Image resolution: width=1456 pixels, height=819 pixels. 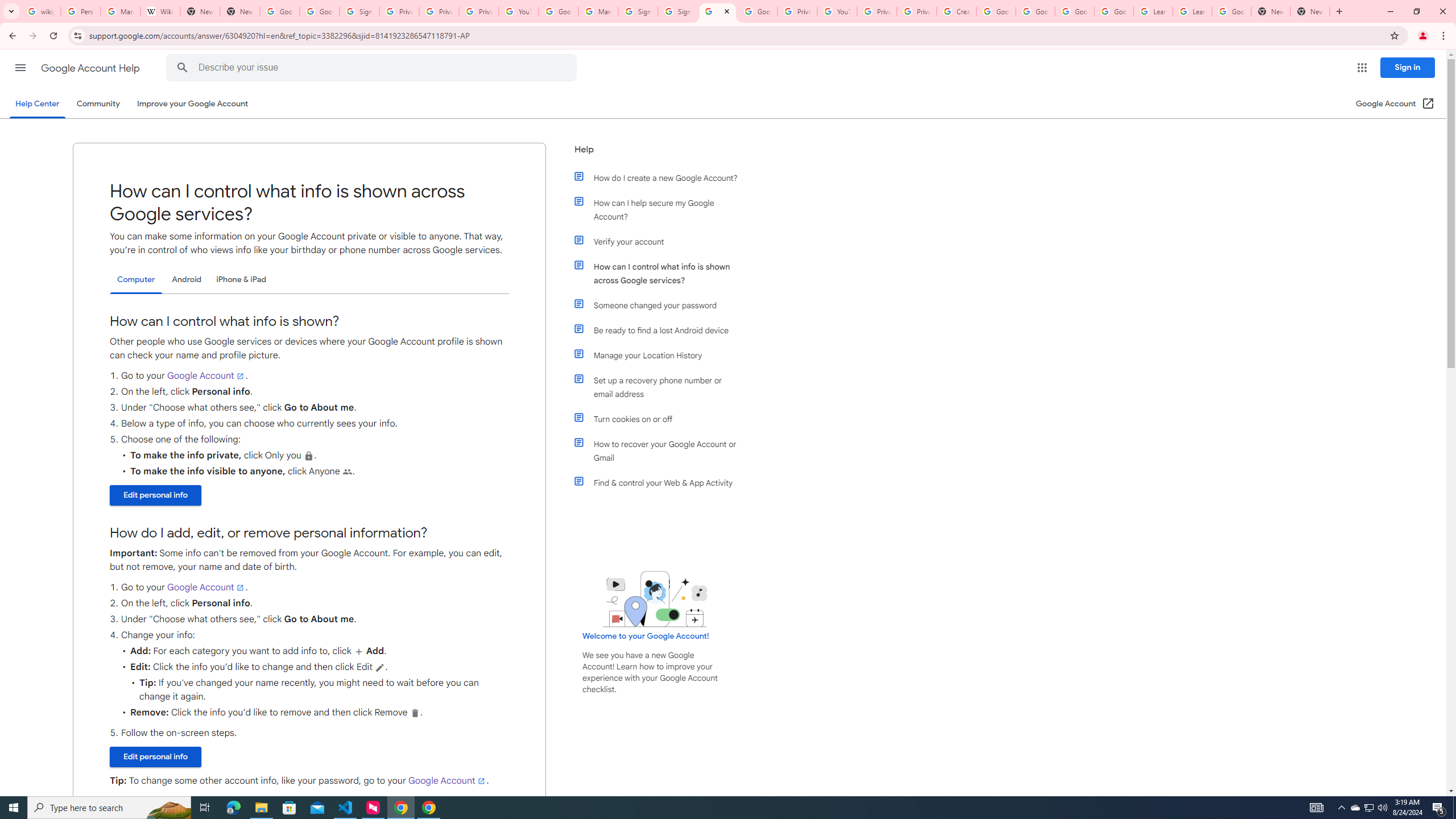 I want to click on 'People', so click(x=347, y=471).